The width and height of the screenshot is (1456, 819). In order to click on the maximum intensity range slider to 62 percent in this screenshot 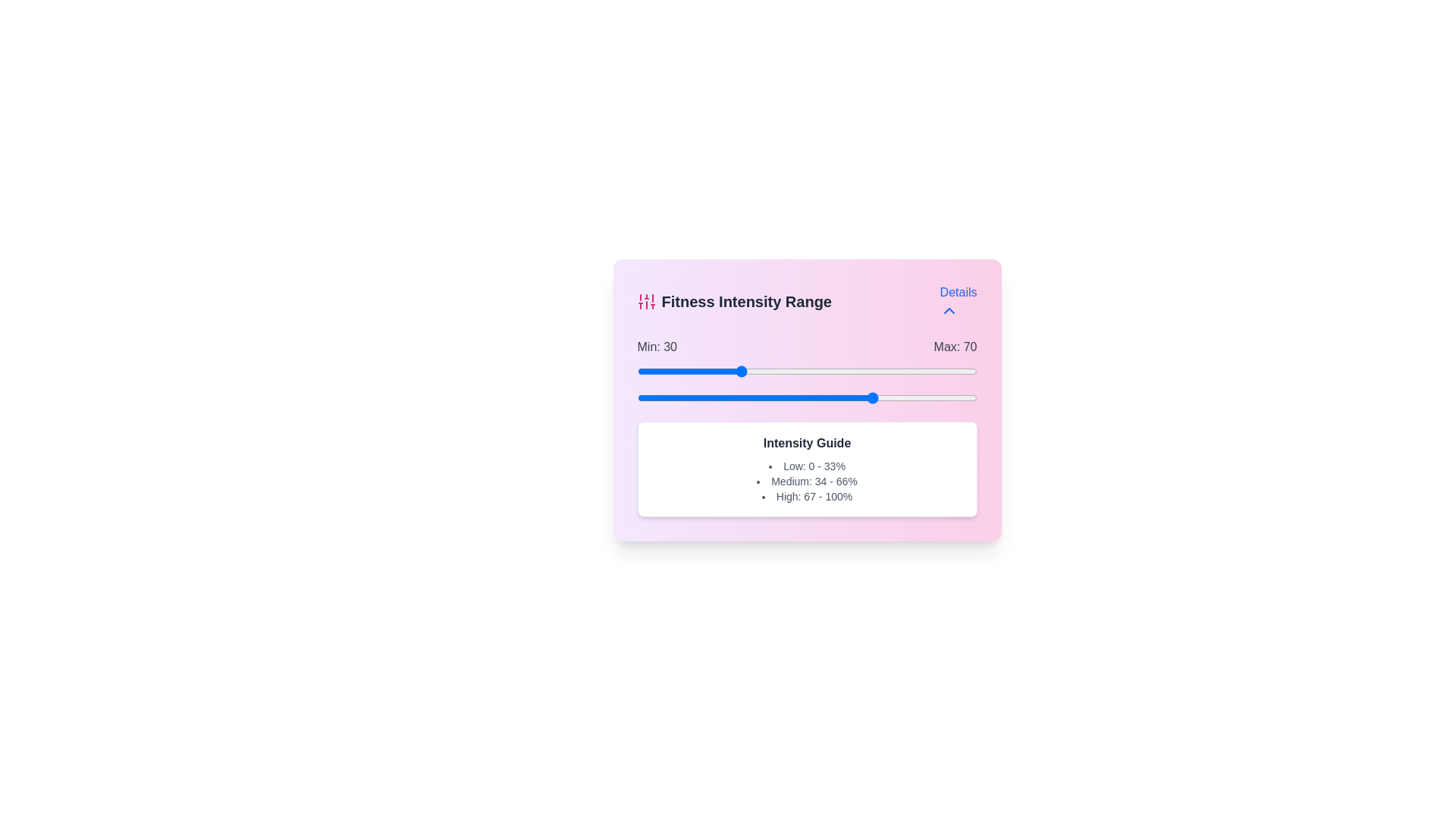, I will do `click(847, 397)`.